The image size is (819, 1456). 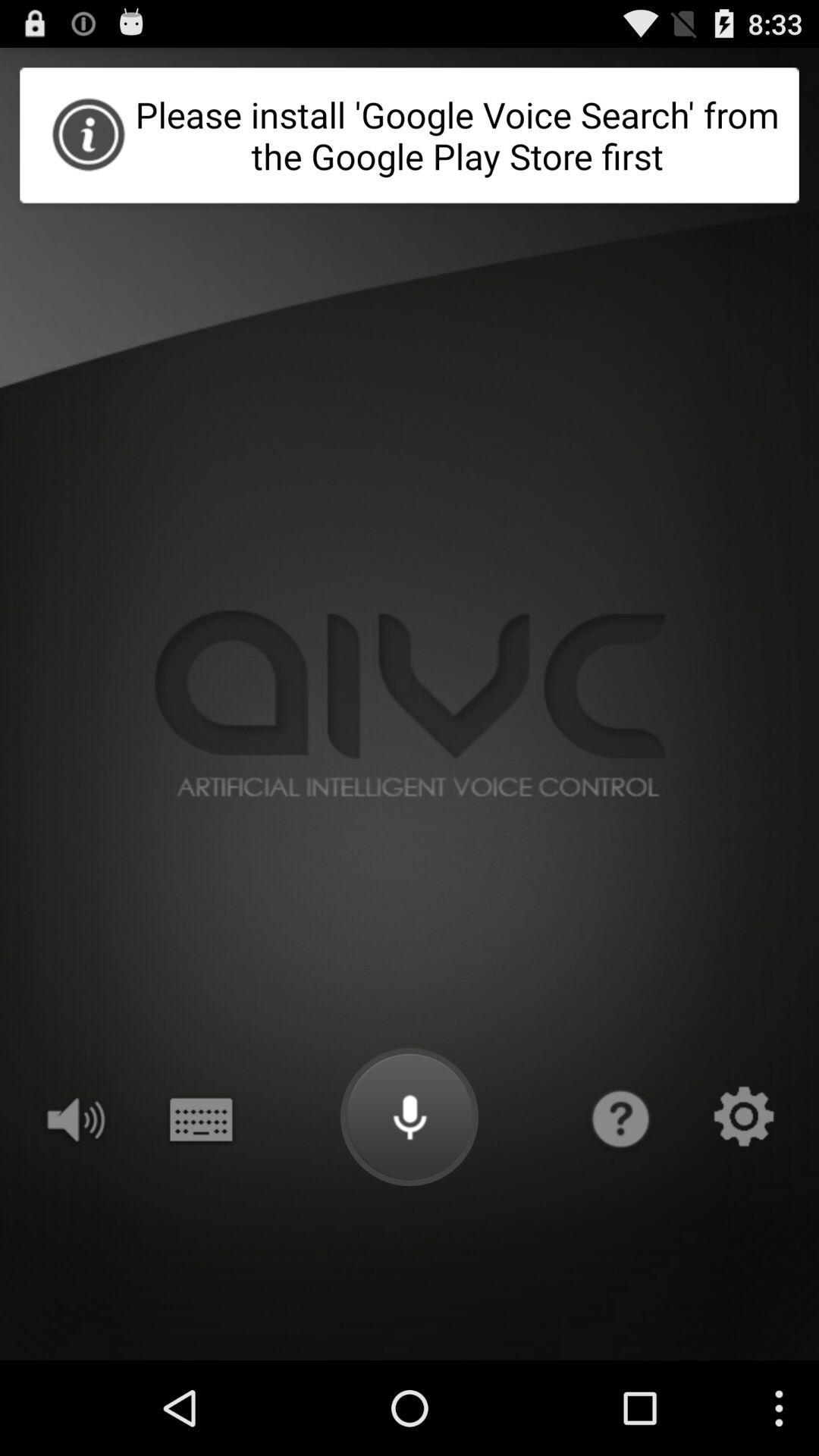 What do you see at coordinates (74, 1194) in the screenshot?
I see `the volume icon` at bounding box center [74, 1194].